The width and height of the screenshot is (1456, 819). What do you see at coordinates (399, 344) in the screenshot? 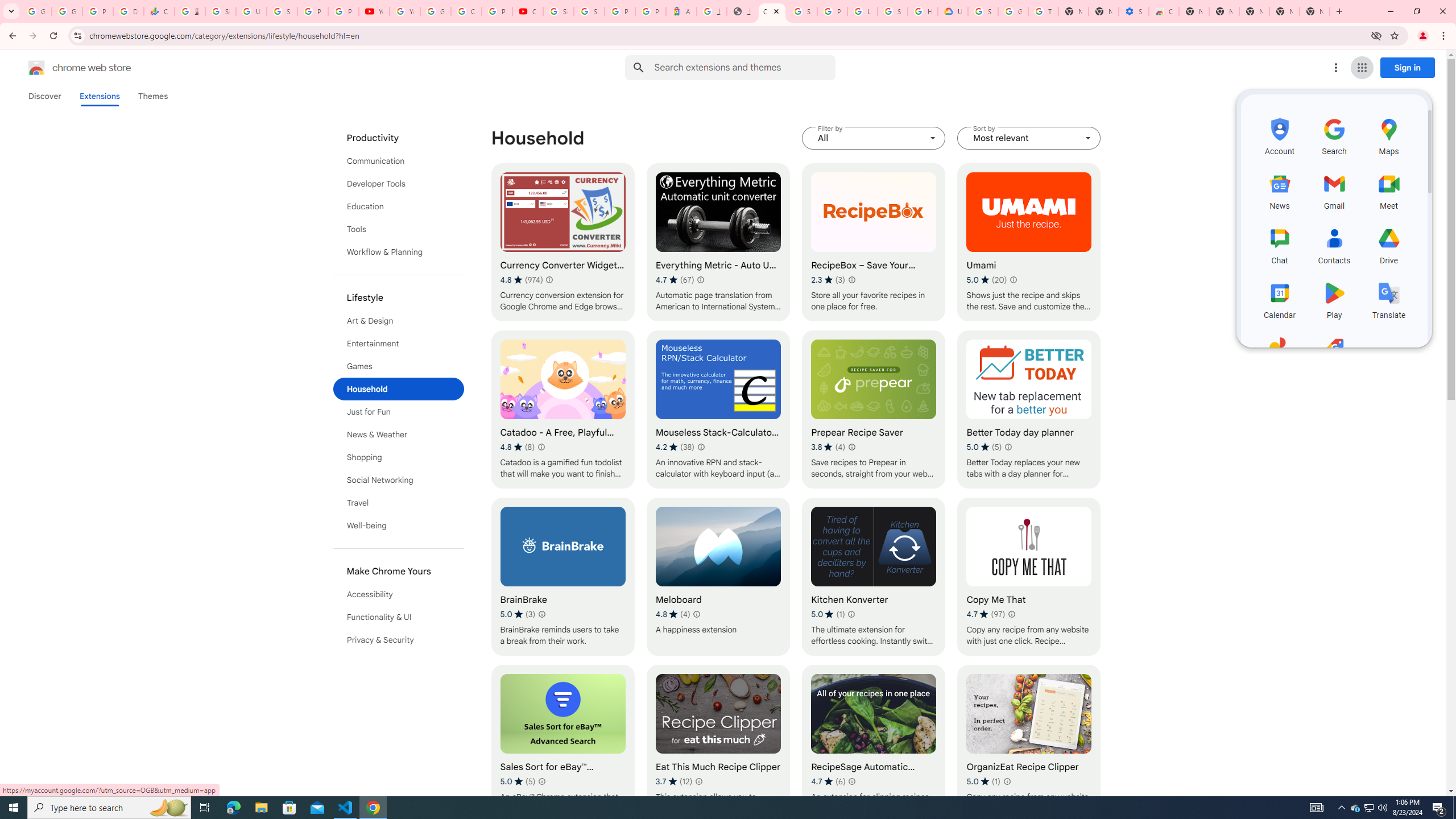
I see `'Entertainment'` at bounding box center [399, 344].